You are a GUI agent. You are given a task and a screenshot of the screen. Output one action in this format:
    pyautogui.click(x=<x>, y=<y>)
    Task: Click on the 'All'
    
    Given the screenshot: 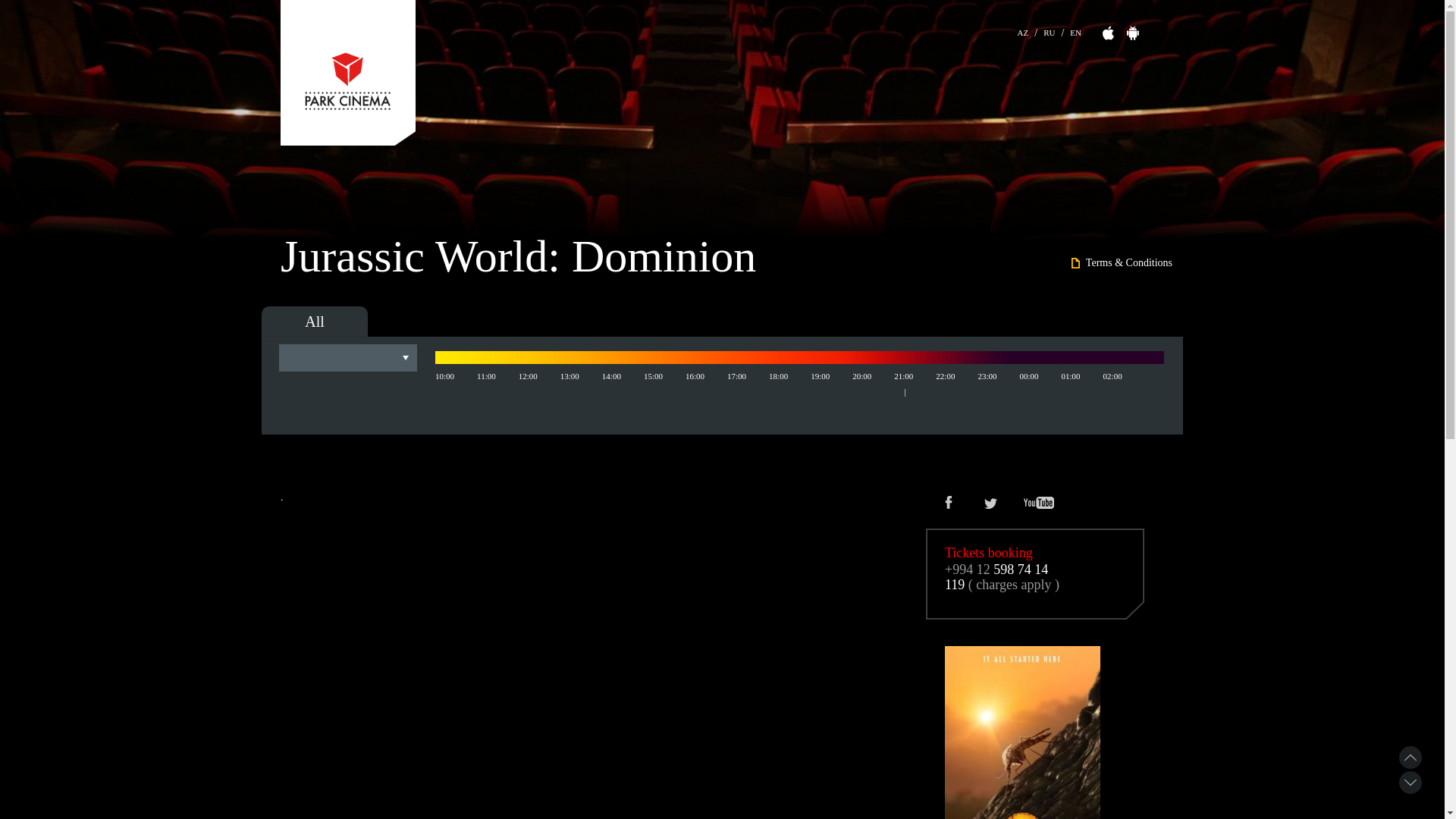 What is the action you would take?
    pyautogui.click(x=313, y=321)
    